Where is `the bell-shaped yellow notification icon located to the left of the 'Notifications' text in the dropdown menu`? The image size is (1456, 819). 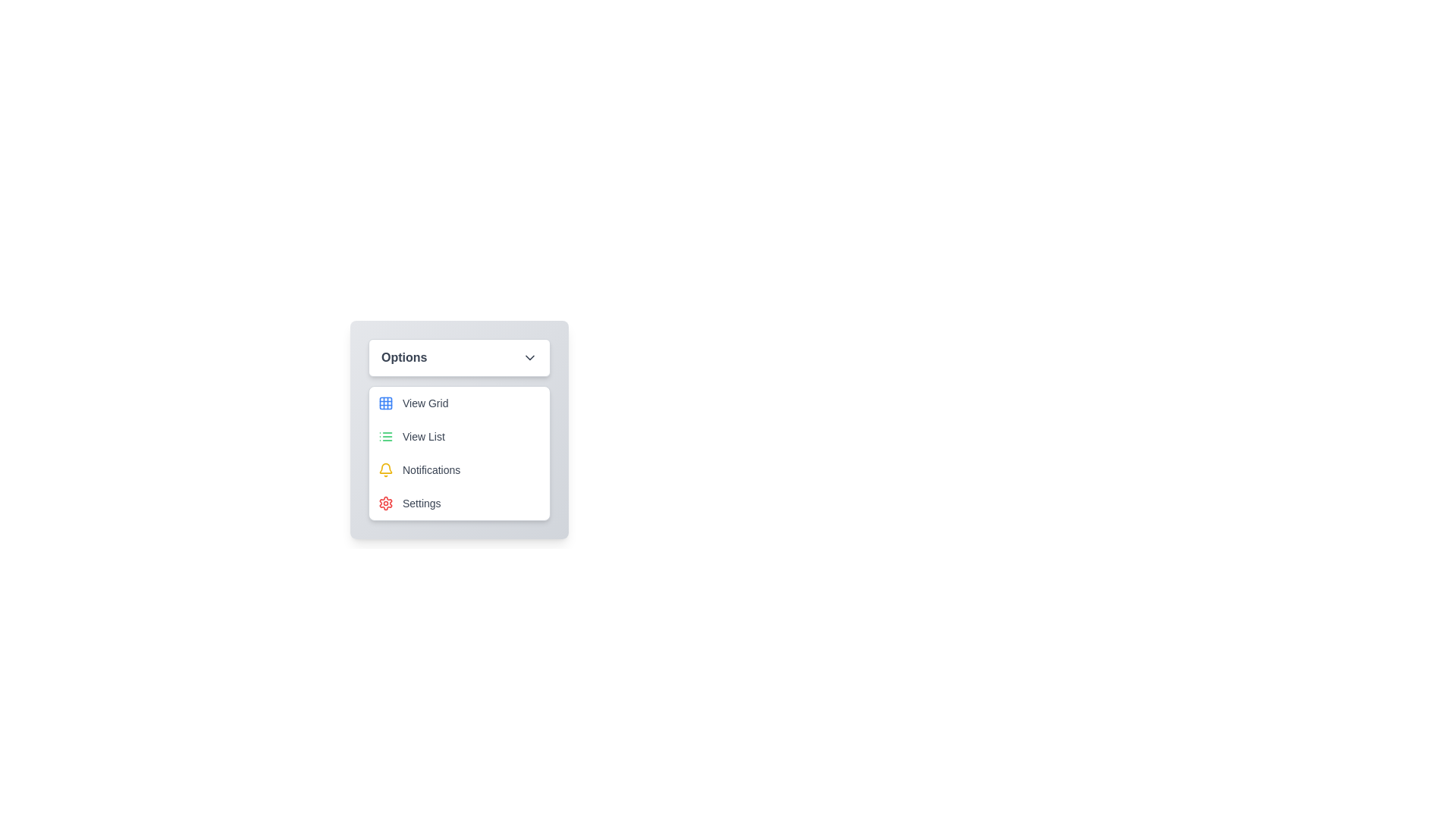
the bell-shaped yellow notification icon located to the left of the 'Notifications' text in the dropdown menu is located at coordinates (385, 469).